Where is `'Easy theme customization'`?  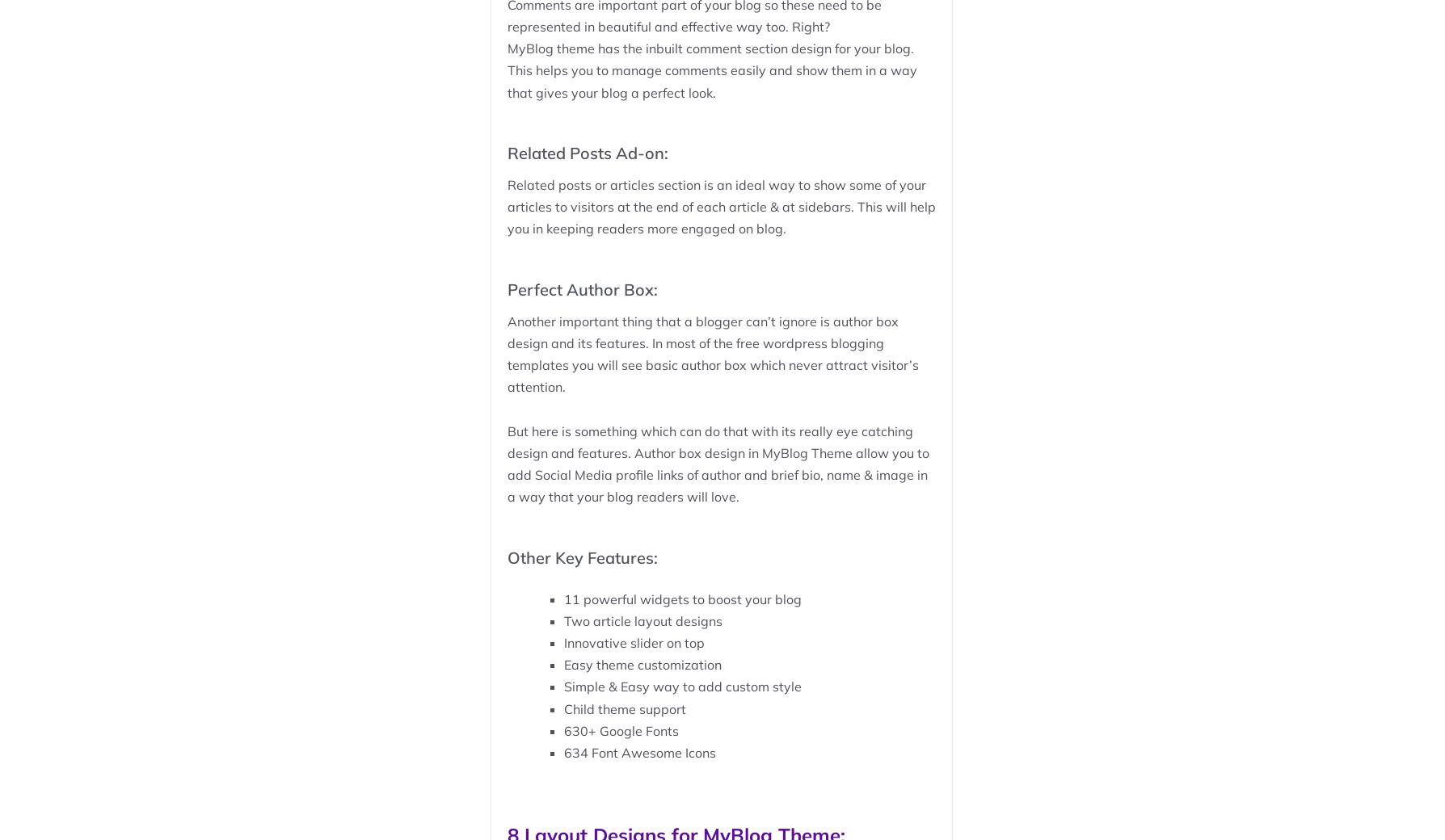 'Easy theme customization' is located at coordinates (641, 663).